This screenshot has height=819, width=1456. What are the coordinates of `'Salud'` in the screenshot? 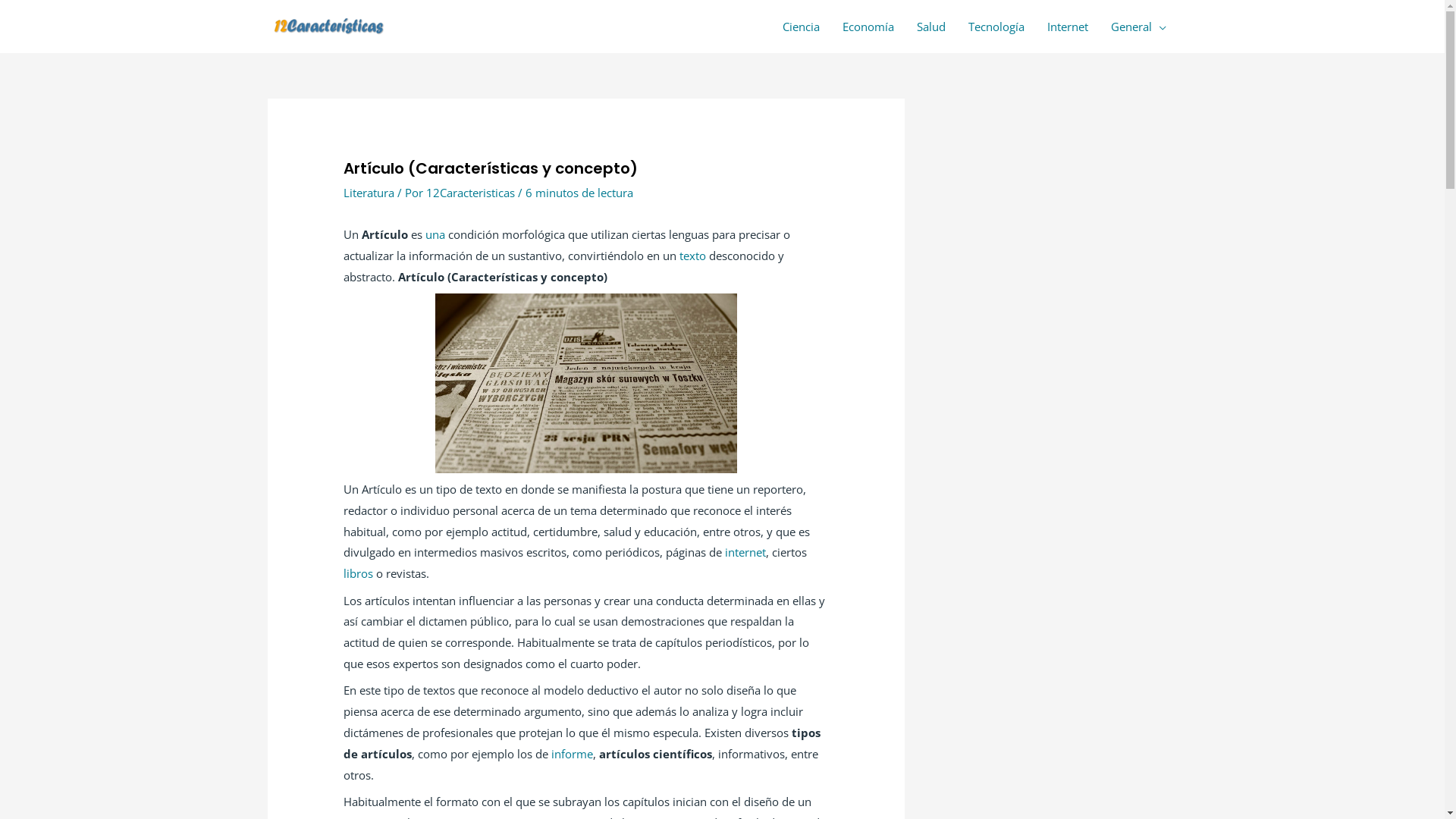 It's located at (930, 26).